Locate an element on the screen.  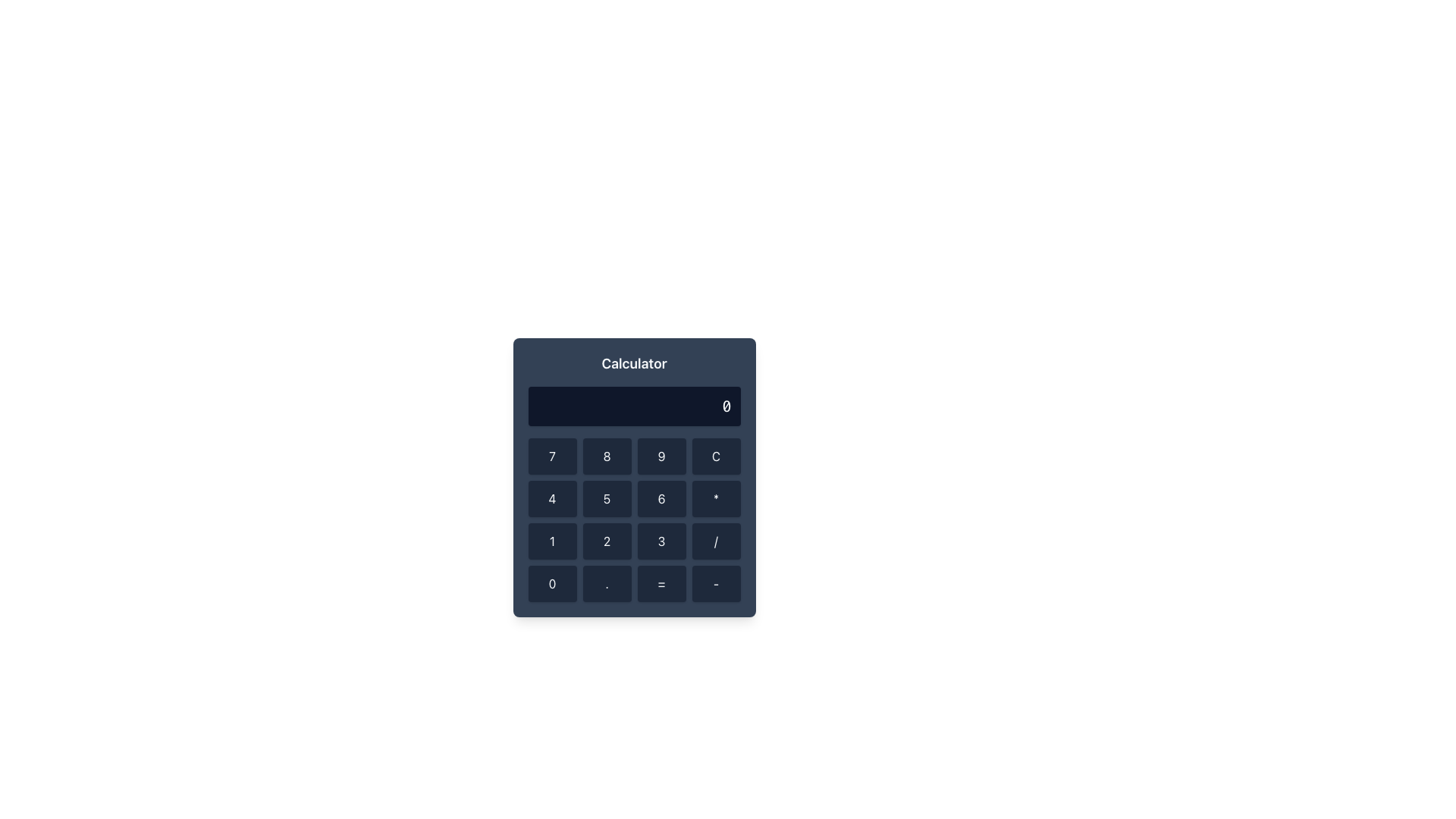
the '4' button on the calculator to input the digit '4' into the calculation field is located at coordinates (551, 499).